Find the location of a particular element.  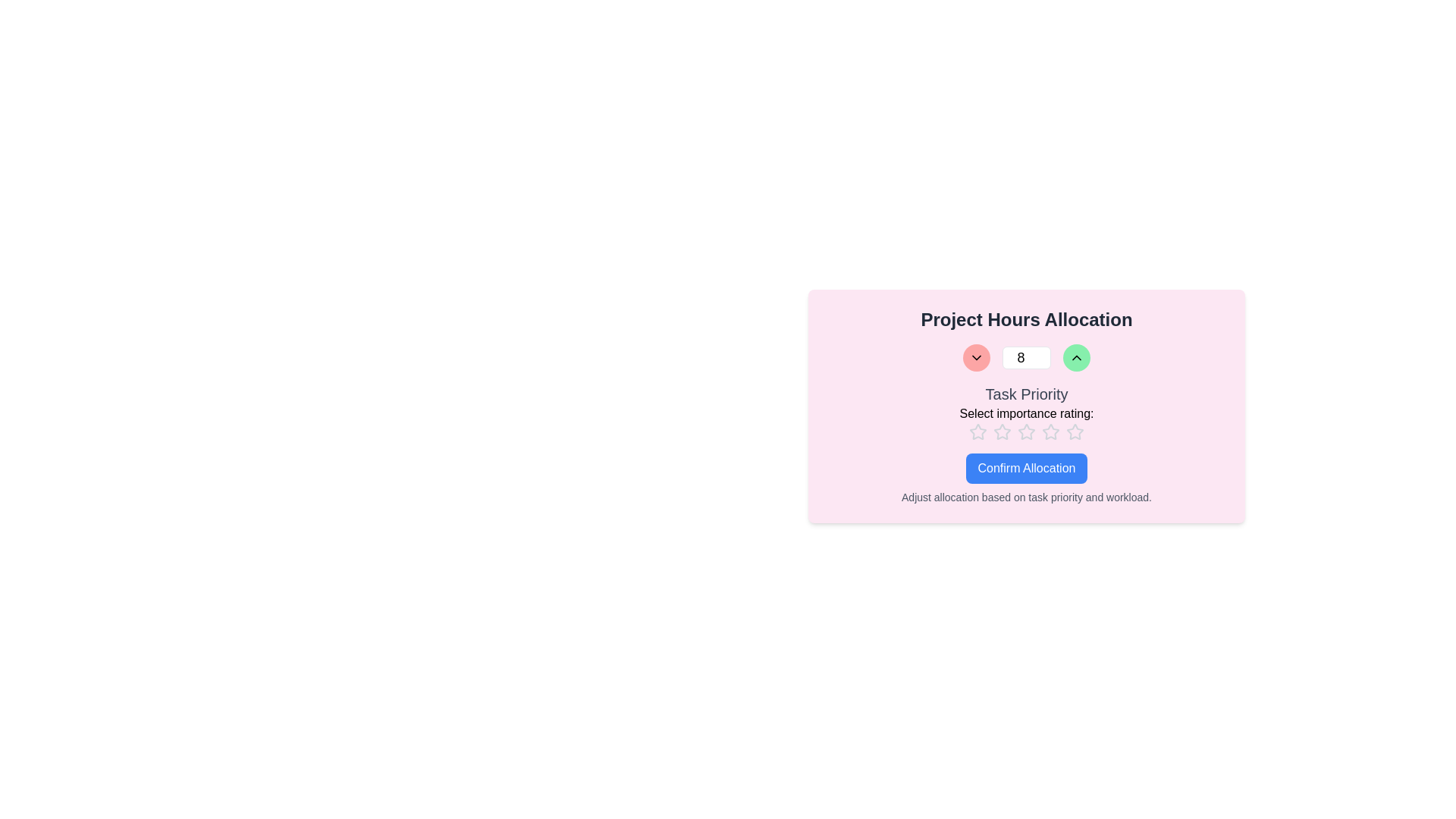

the fourth star icon in the rating system to rate it, which is outlined and light gray in color, located under the 'Select importance rating' label on the pink card is located at coordinates (1074, 431).